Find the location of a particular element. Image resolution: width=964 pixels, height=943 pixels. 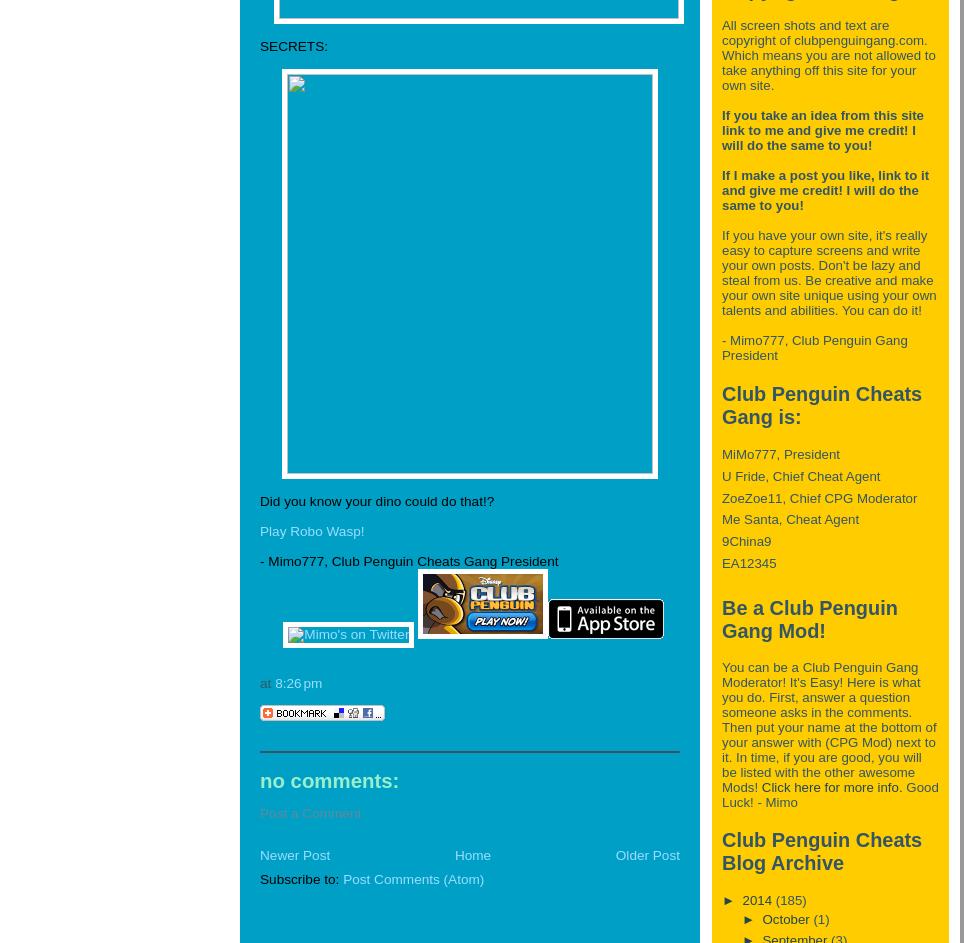

'(185)' is located at coordinates (774, 898).